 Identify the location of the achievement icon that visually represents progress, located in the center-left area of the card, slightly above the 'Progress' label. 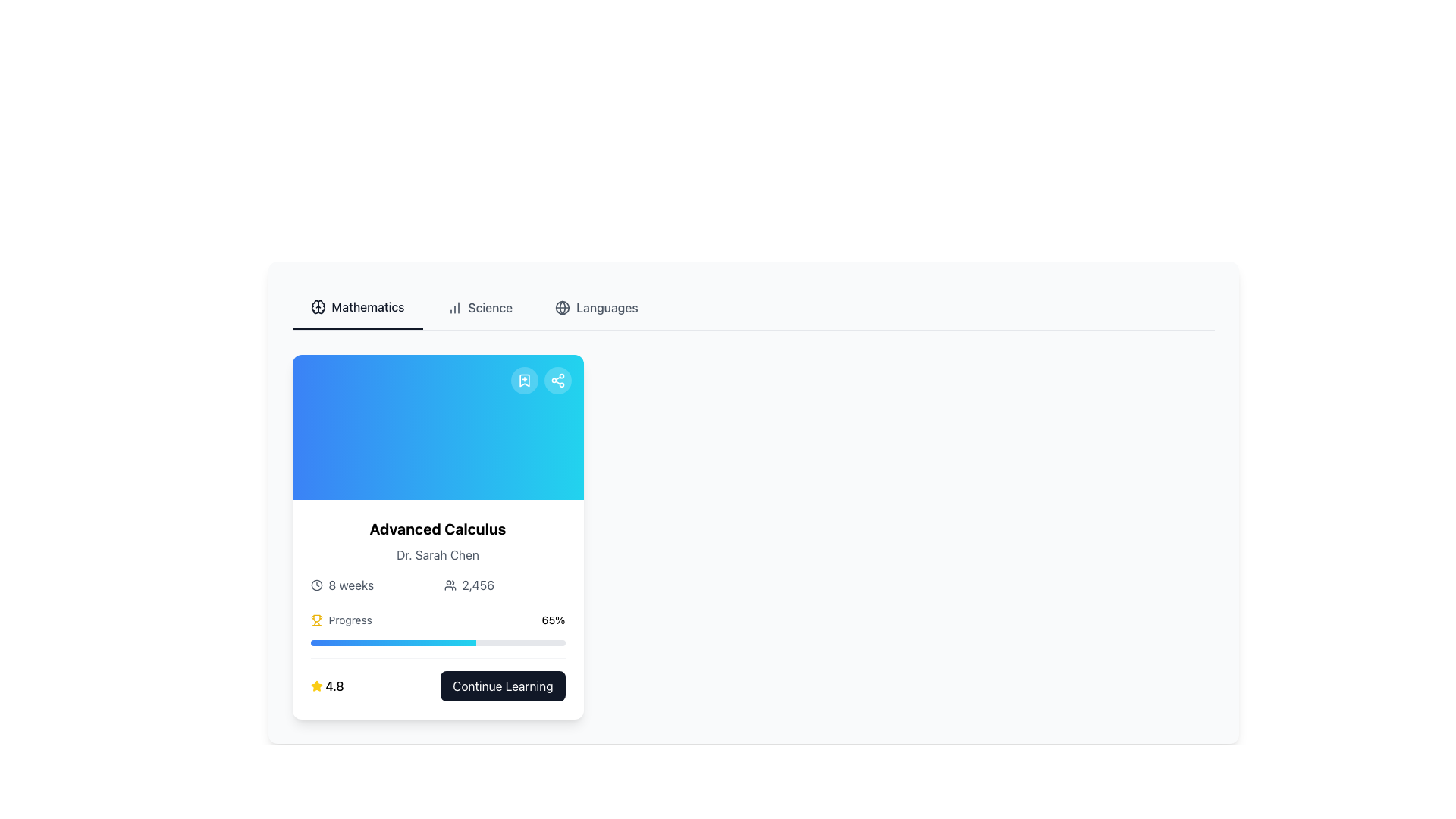
(315, 618).